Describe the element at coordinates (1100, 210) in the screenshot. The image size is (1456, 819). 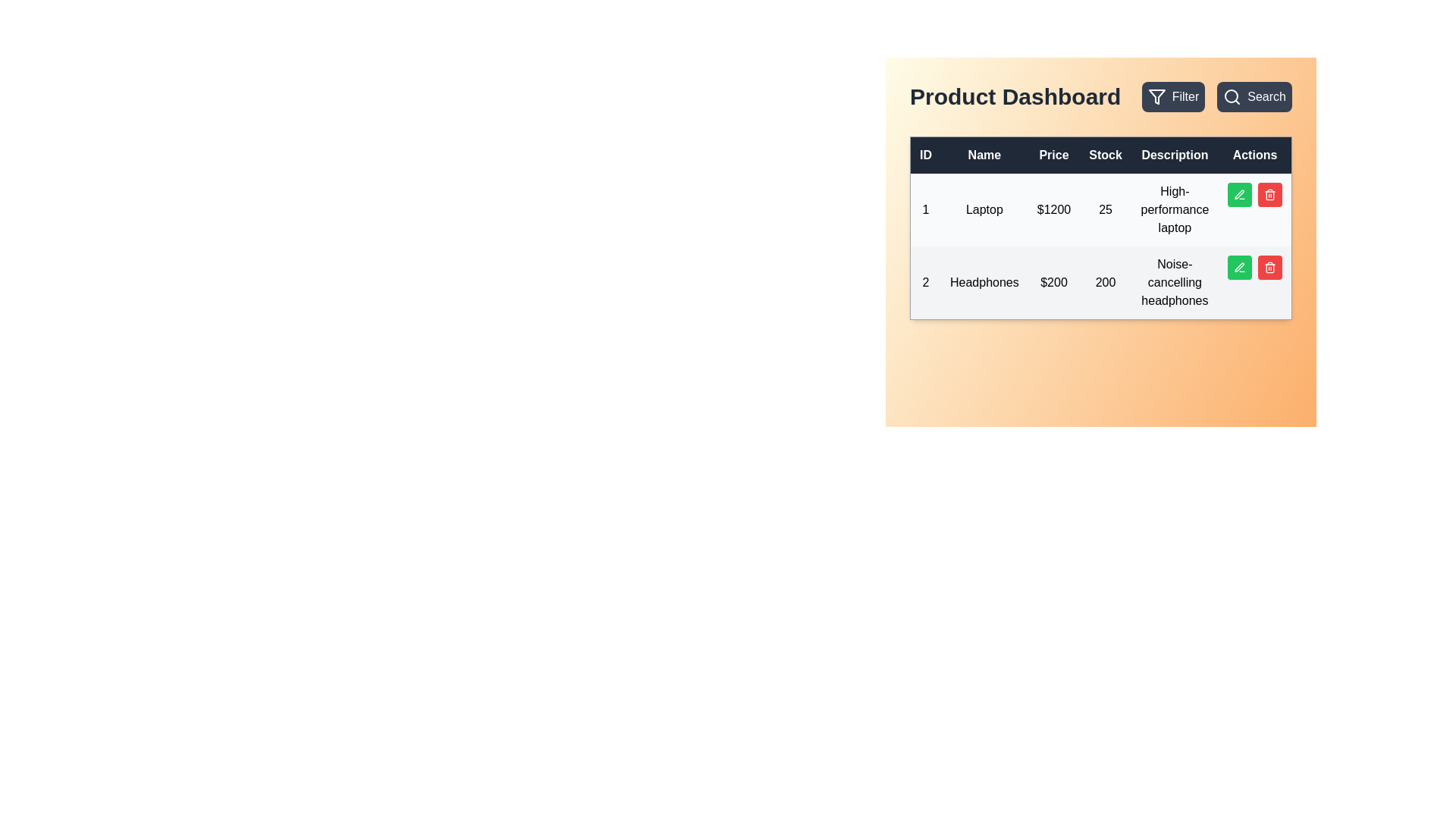
I see `the first table row containing product details for 'Laptop'` at that location.